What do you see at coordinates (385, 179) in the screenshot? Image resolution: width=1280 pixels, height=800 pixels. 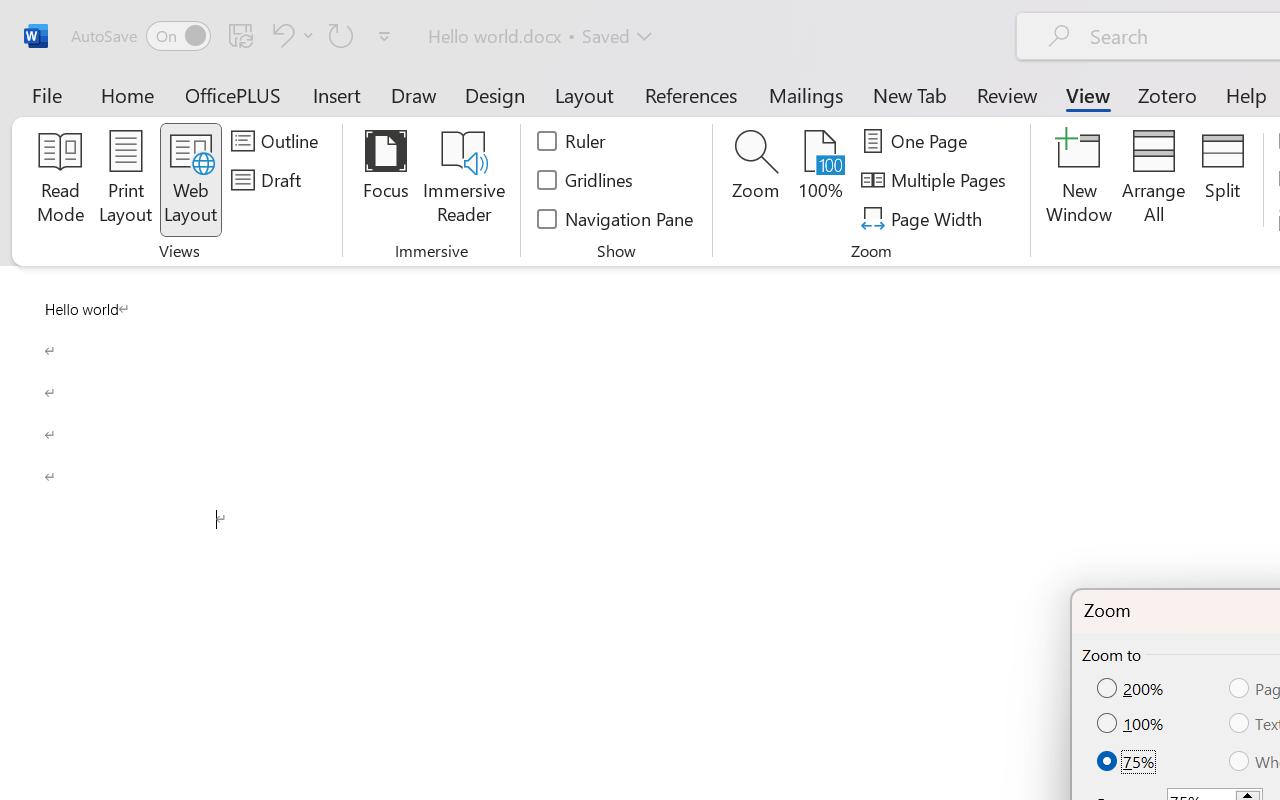 I see `'Focus'` at bounding box center [385, 179].